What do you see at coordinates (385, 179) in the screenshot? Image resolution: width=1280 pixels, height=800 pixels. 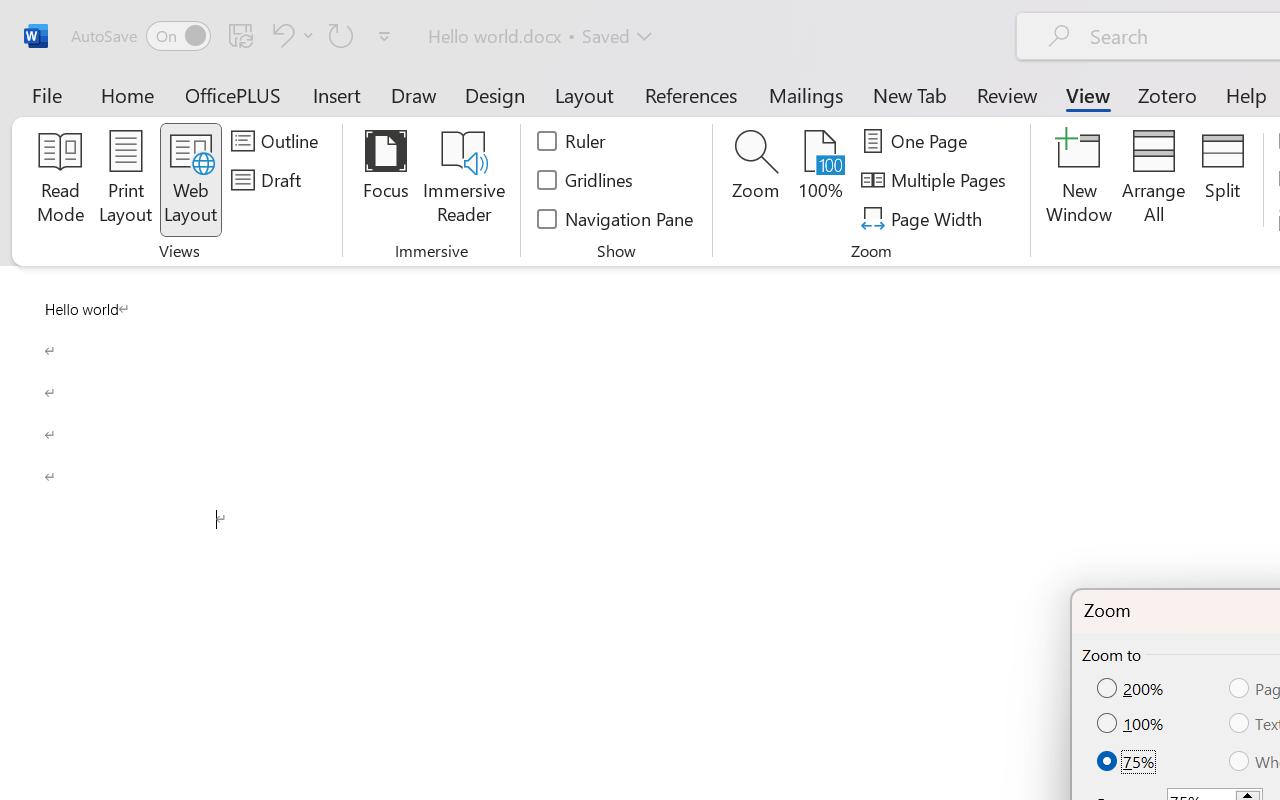 I see `'Focus'` at bounding box center [385, 179].